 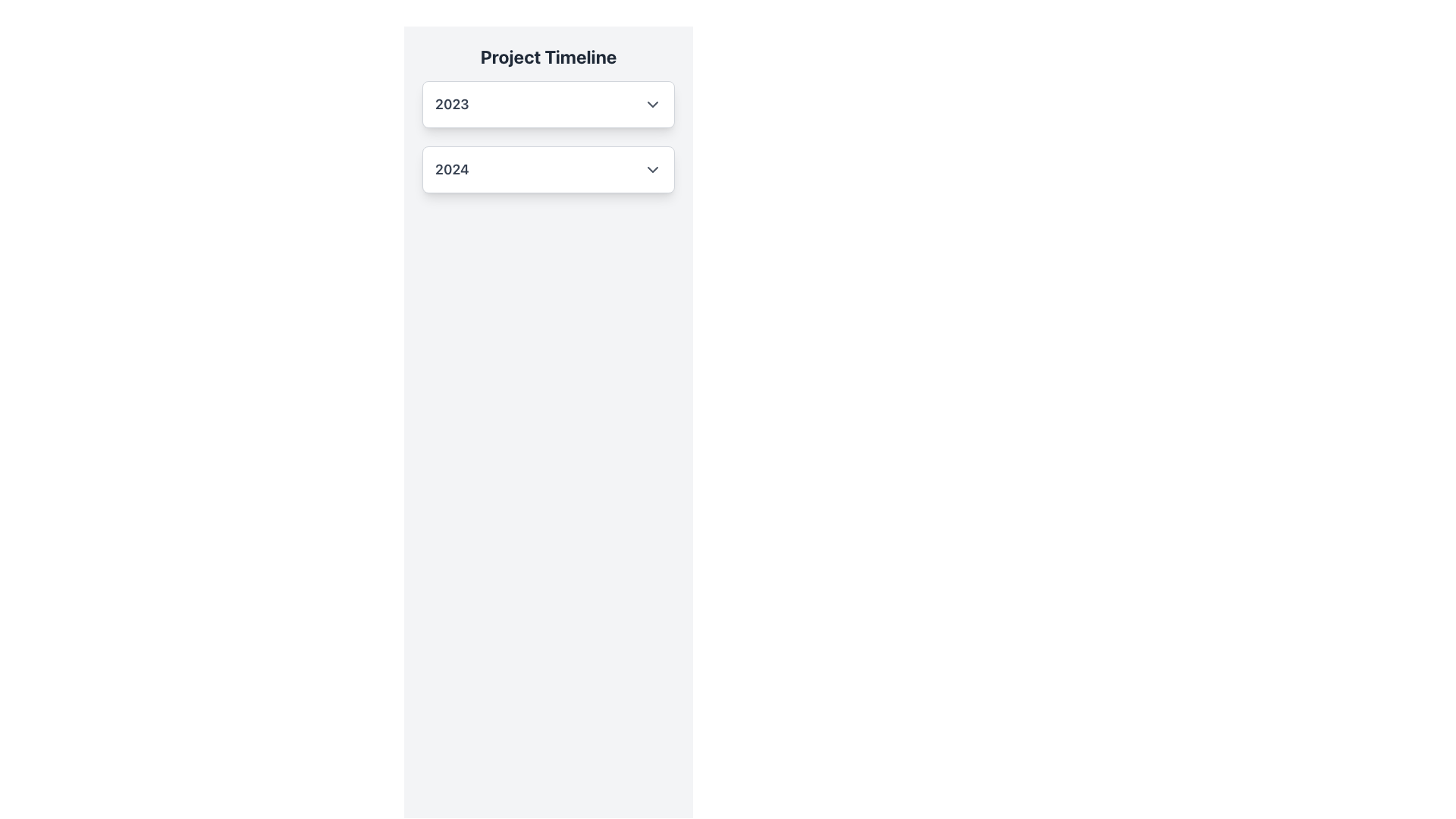 I want to click on the button displaying '2024' with a right-facing chevron icon, located below the '2023' option in a vertically stacked list, so click(x=548, y=169).